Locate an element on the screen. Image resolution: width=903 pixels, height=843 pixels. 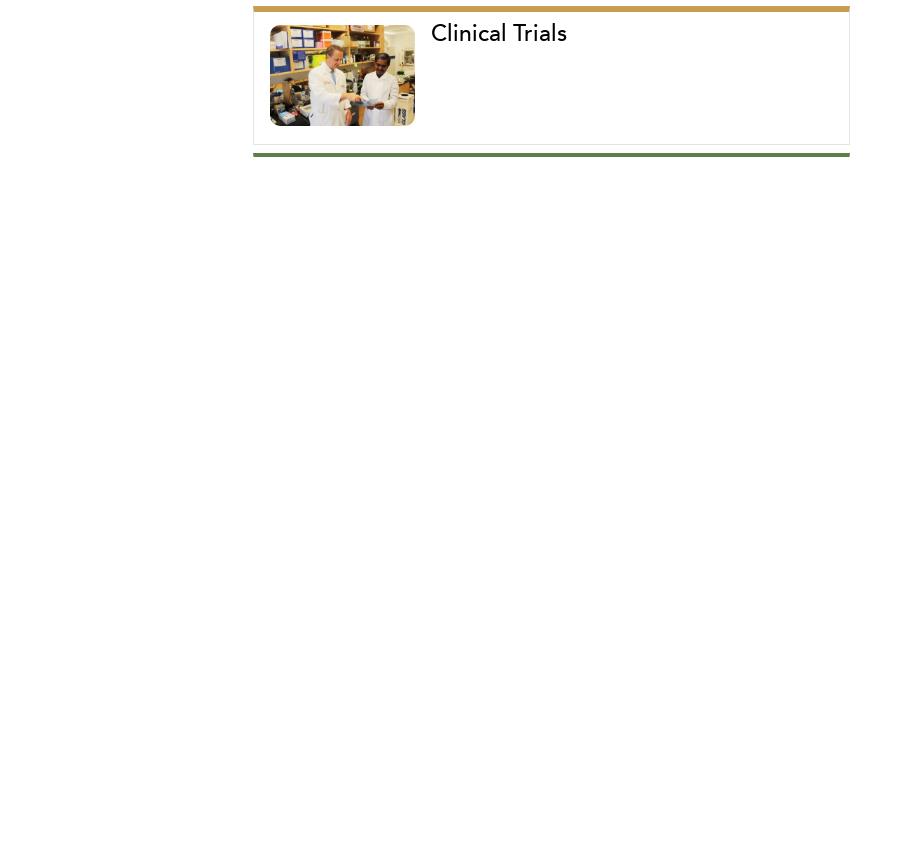
'Site Feedback' is located at coordinates (356, 329).